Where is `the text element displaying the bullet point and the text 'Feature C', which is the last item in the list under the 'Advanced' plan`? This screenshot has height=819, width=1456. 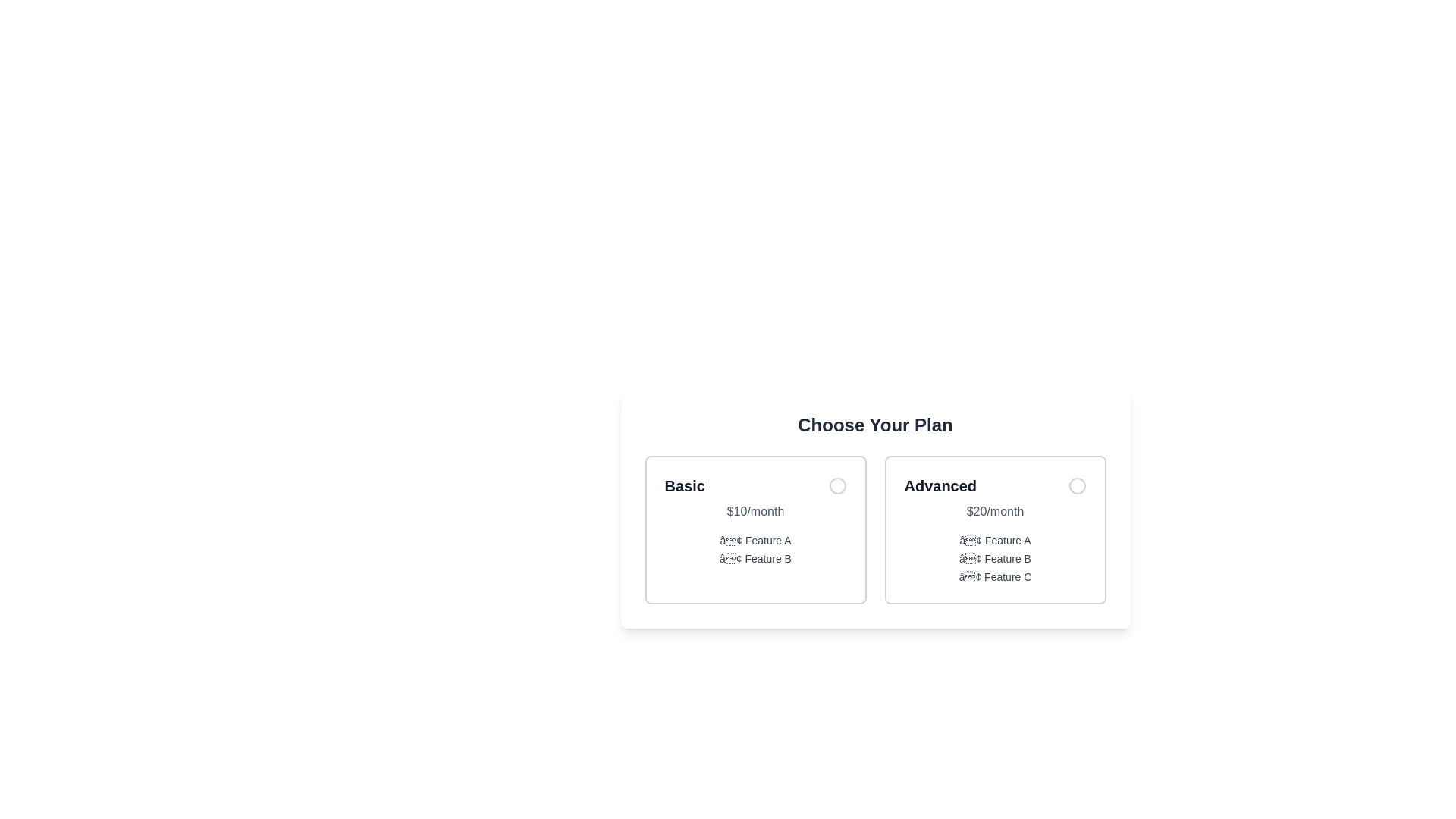
the text element displaying the bullet point and the text 'Feature C', which is the last item in the list under the 'Advanced' plan is located at coordinates (995, 576).